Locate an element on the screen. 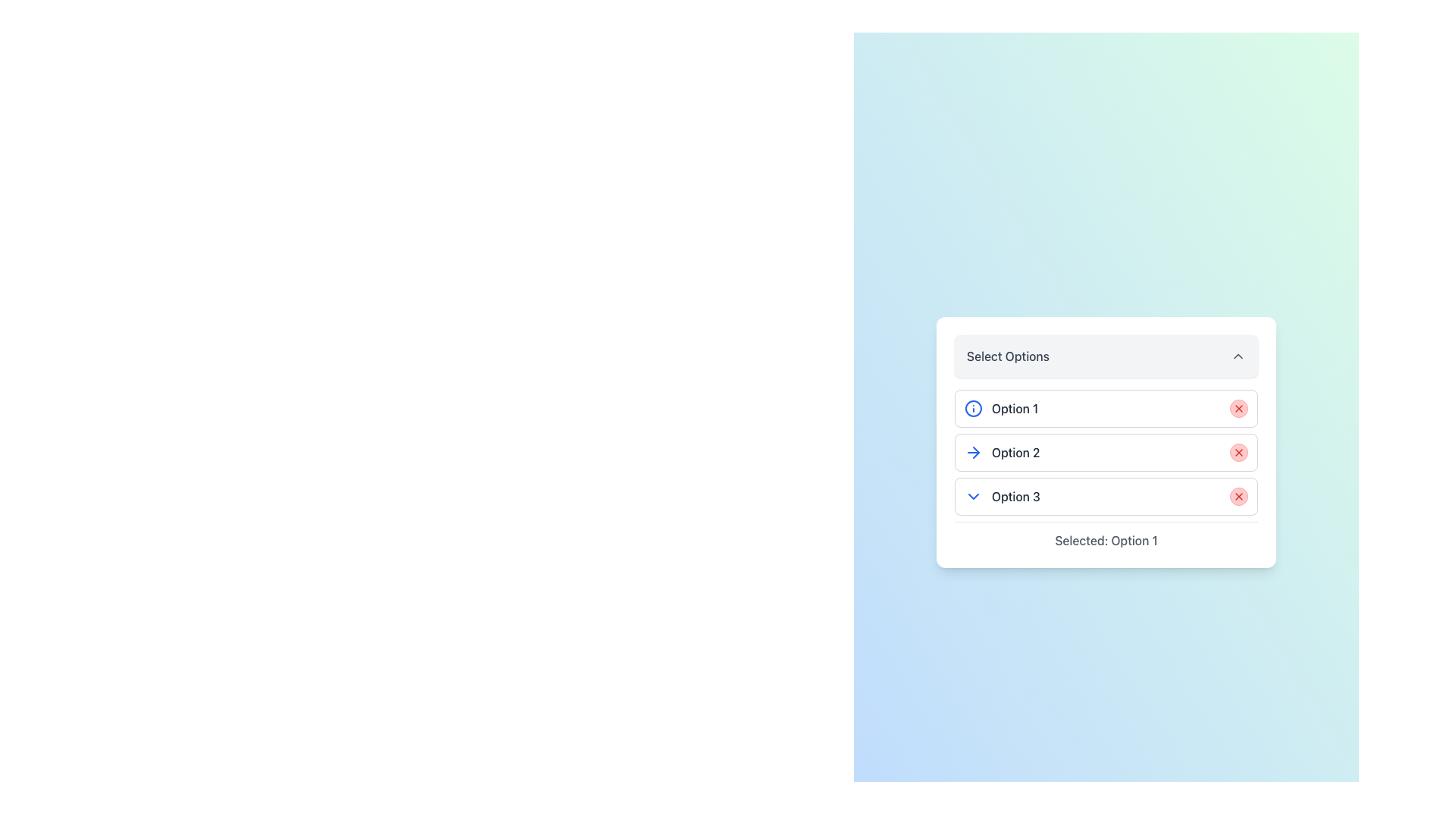 The image size is (1456, 819). the third item in a vertical selectable list is located at coordinates (1002, 496).